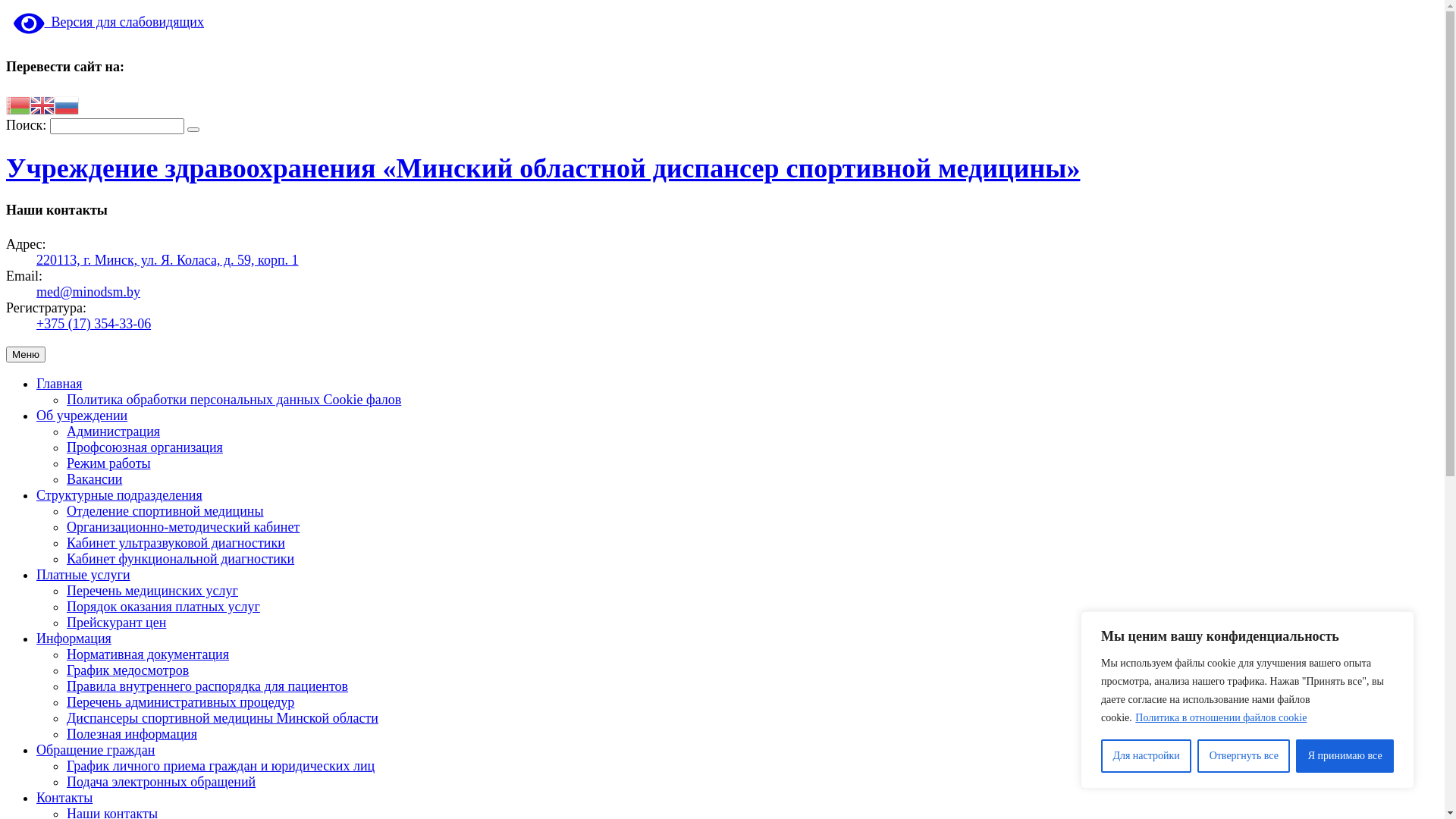 The width and height of the screenshot is (1456, 819). Describe the element at coordinates (6, 103) in the screenshot. I see `'Belarusian'` at that location.